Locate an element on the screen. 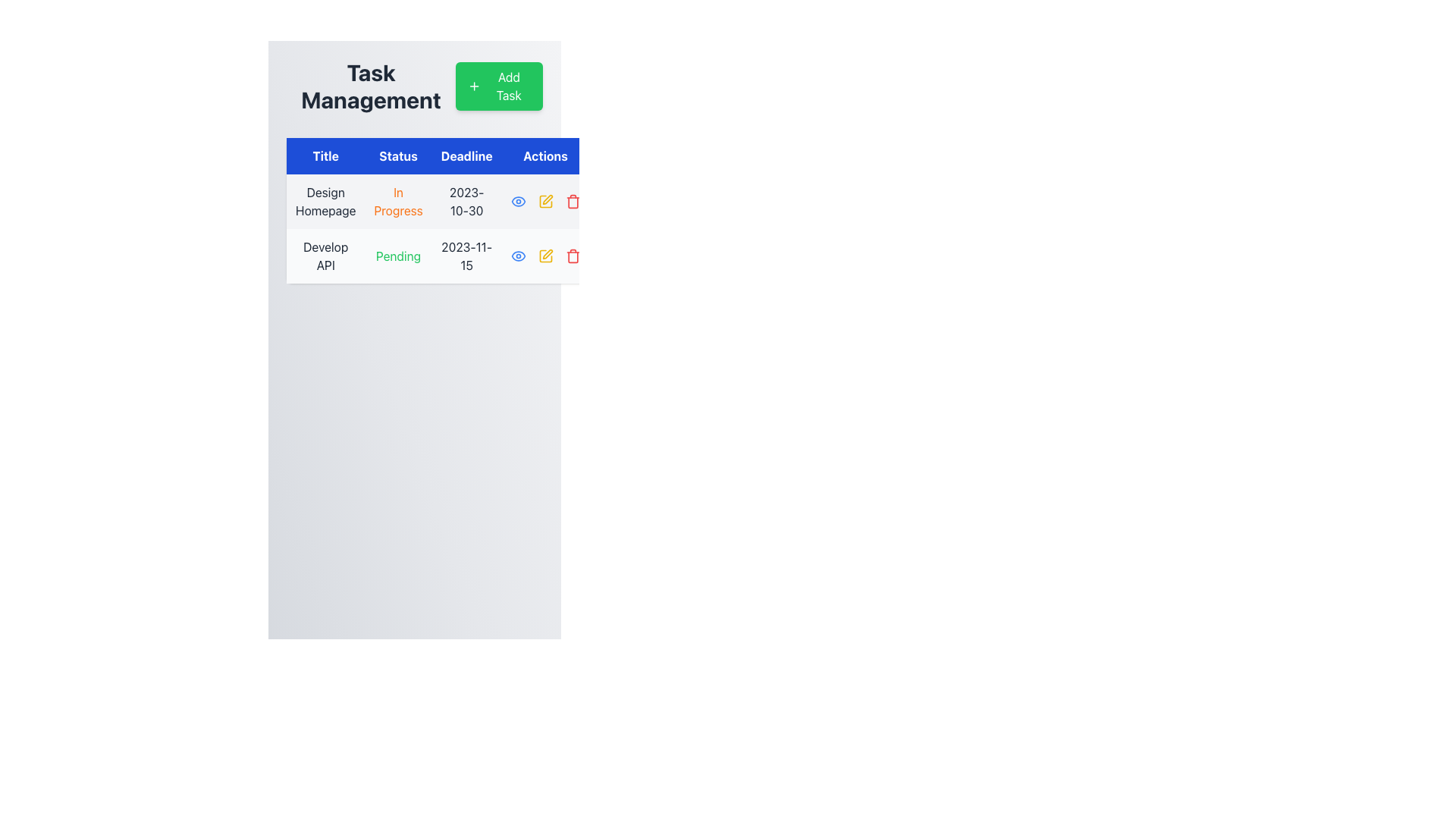 Image resolution: width=1456 pixels, height=819 pixels. the red trash bin icon button located in the action column of the second row of the table is located at coordinates (572, 256).